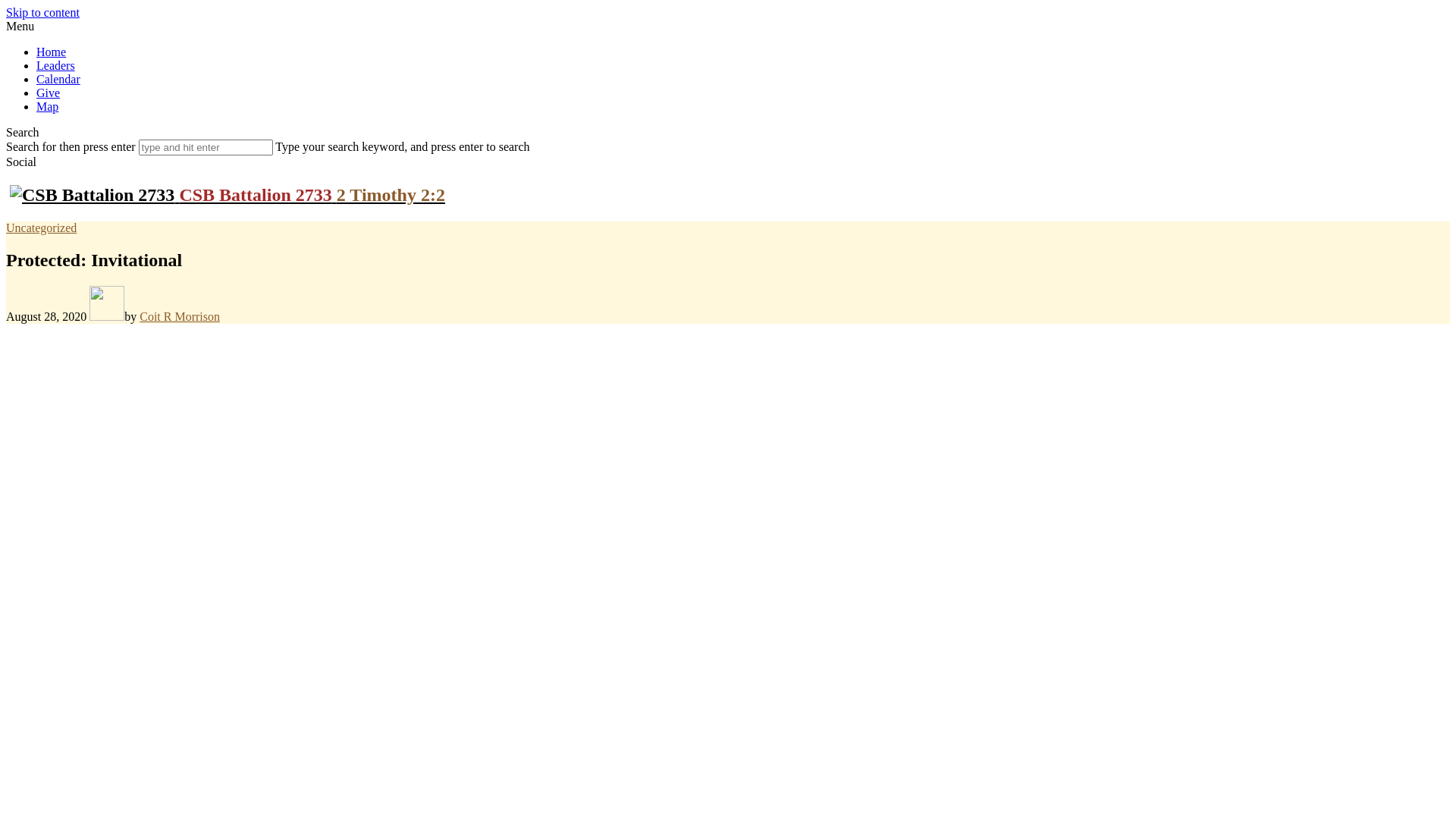 The image size is (1456, 819). What do you see at coordinates (179, 315) in the screenshot?
I see `'Coit R Morrison'` at bounding box center [179, 315].